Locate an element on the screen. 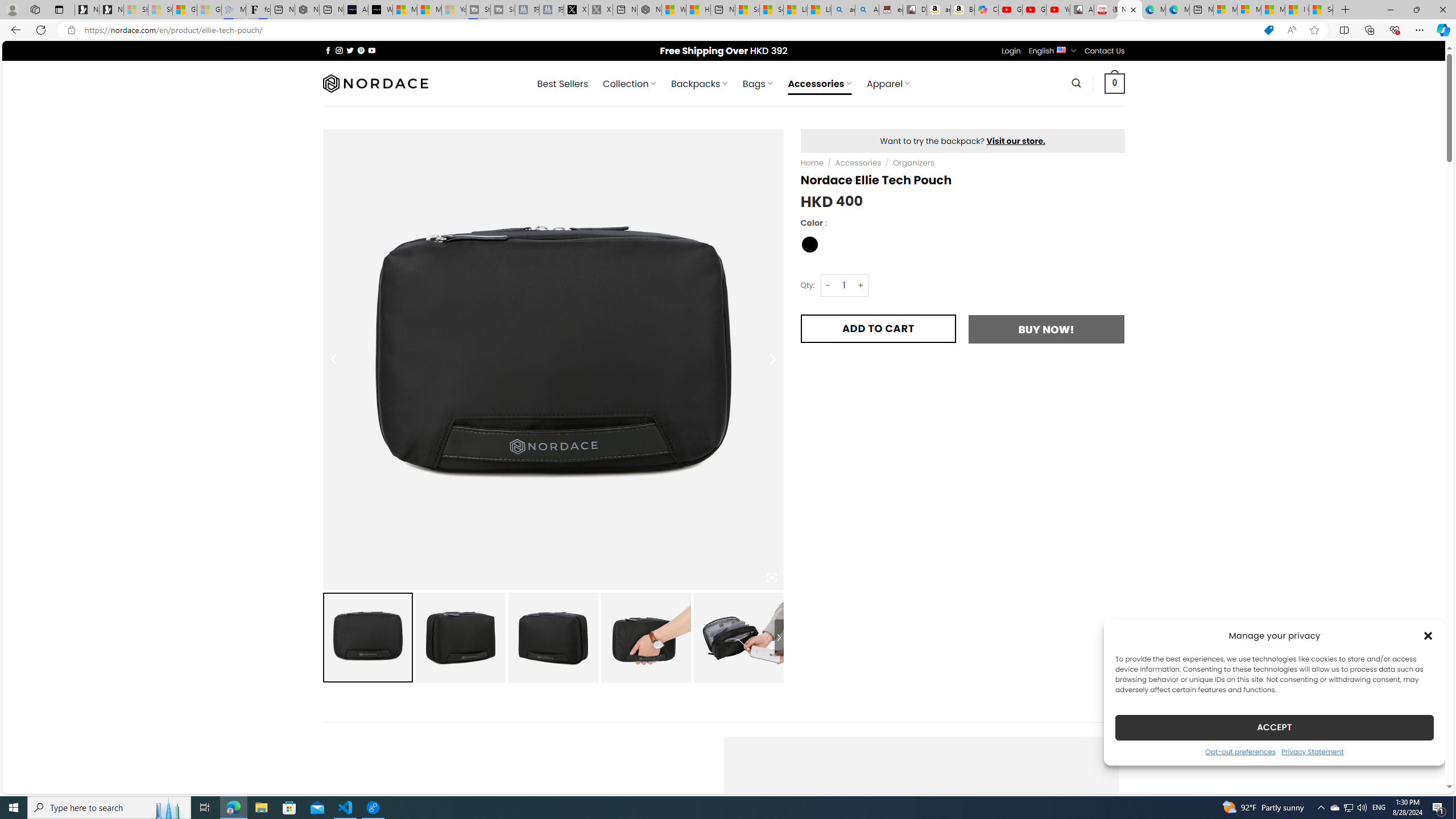  ' 0 ' is located at coordinates (1115, 82).